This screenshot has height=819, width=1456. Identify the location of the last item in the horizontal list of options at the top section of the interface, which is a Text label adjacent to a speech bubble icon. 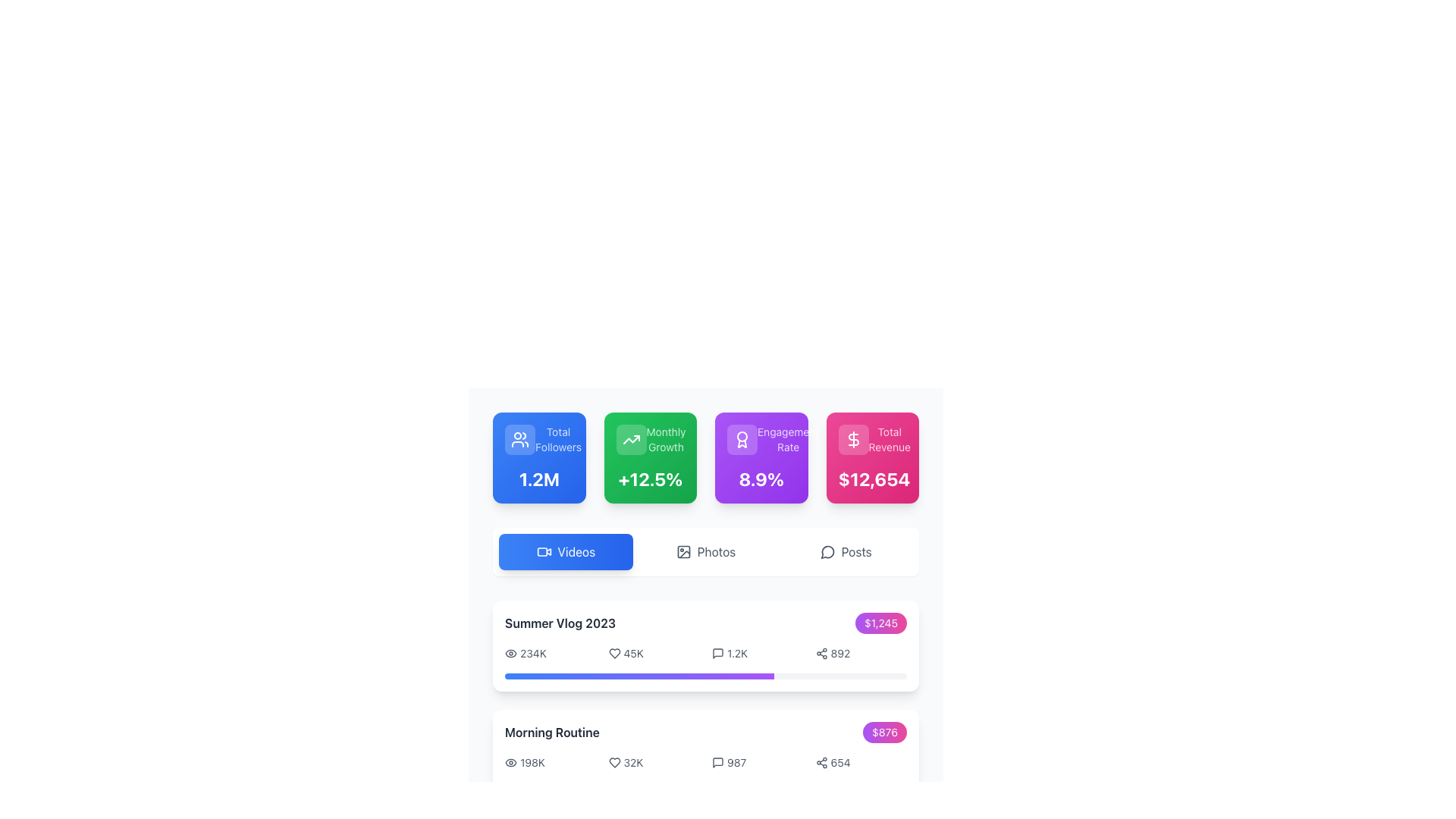
(856, 552).